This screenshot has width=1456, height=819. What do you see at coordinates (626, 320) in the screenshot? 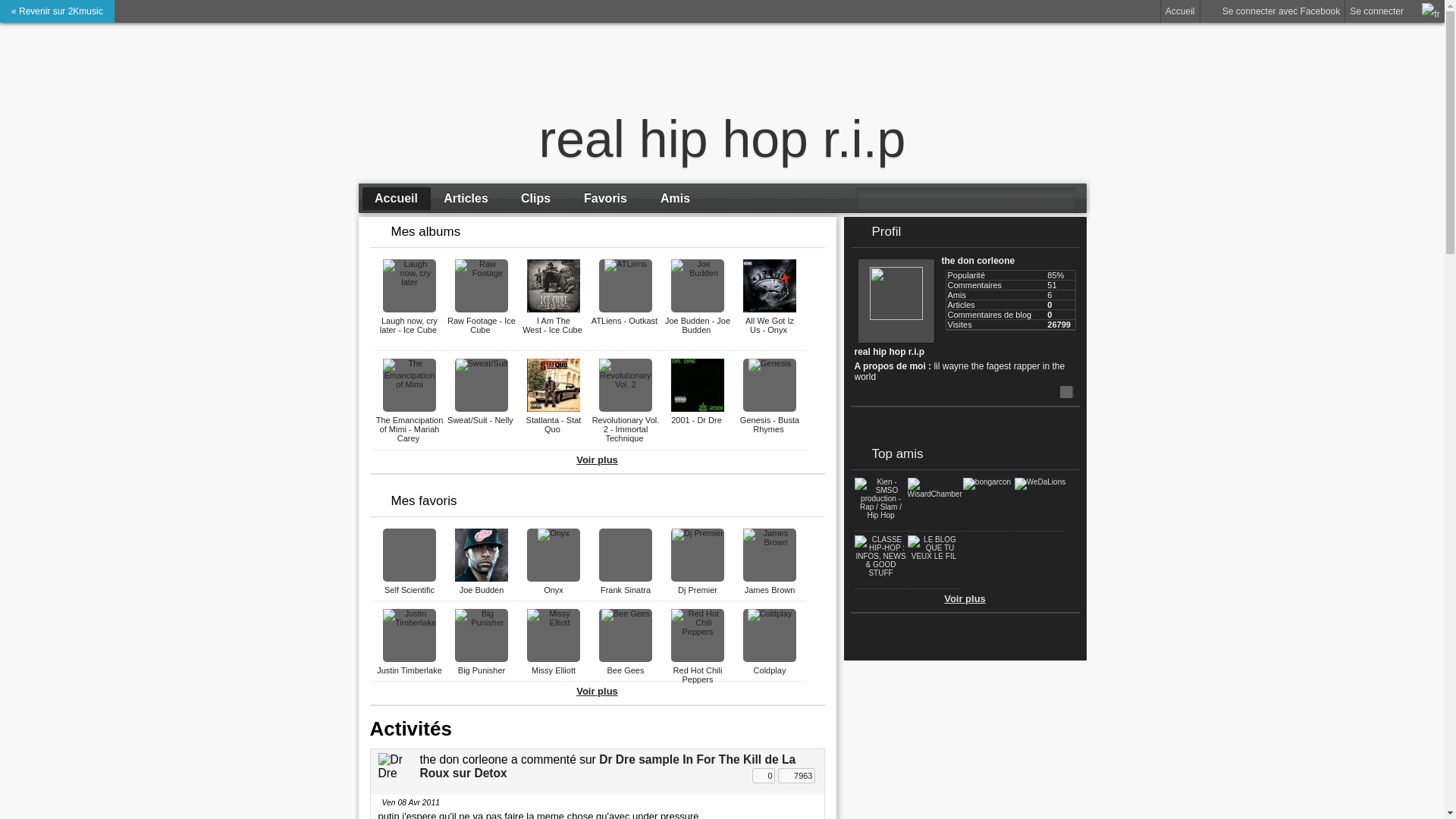
I see `'ATLiens - Outkast '` at bounding box center [626, 320].